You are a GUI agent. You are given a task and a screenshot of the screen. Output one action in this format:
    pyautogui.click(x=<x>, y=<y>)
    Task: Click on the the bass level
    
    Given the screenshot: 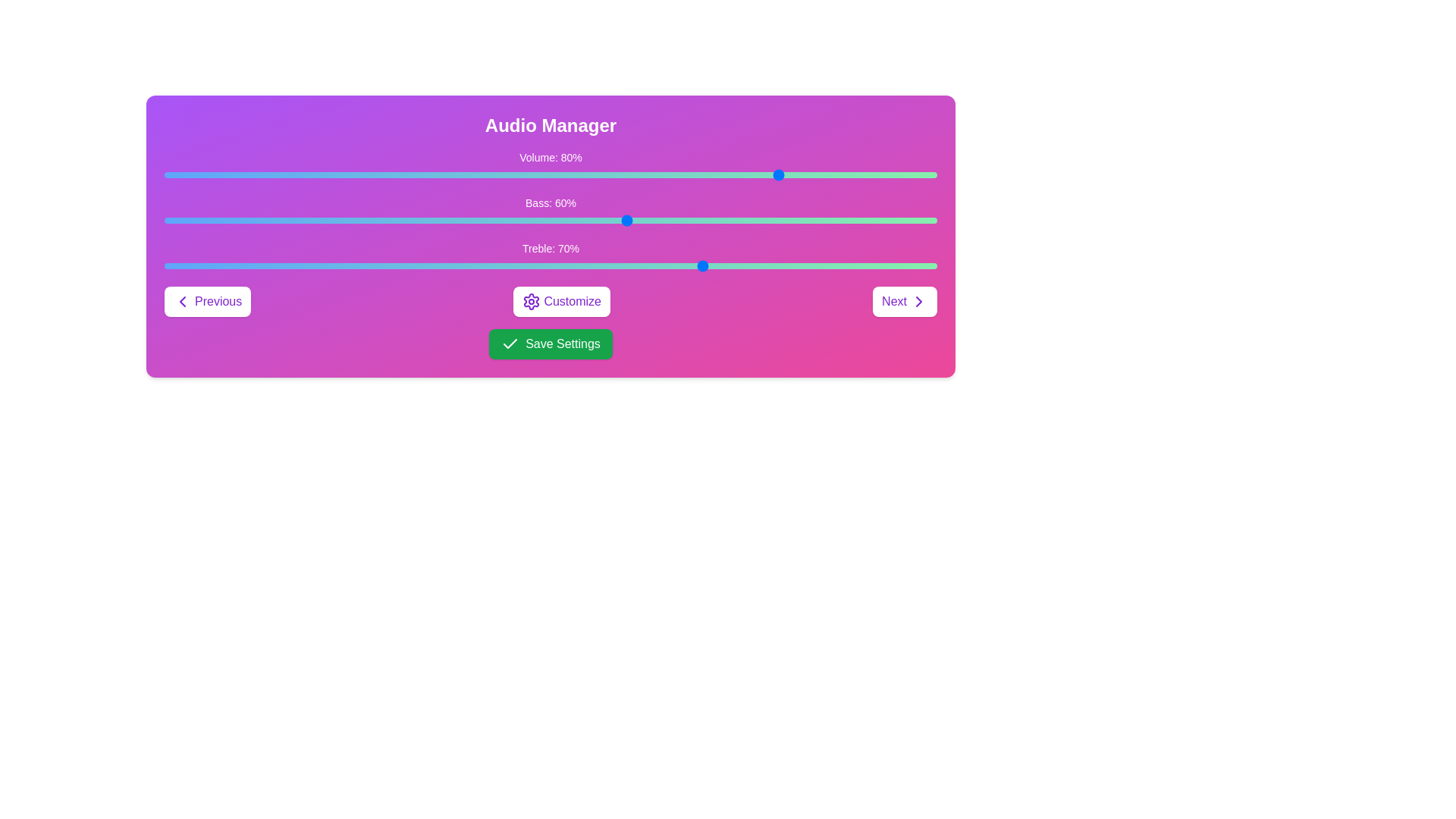 What is the action you would take?
    pyautogui.click(x=403, y=220)
    